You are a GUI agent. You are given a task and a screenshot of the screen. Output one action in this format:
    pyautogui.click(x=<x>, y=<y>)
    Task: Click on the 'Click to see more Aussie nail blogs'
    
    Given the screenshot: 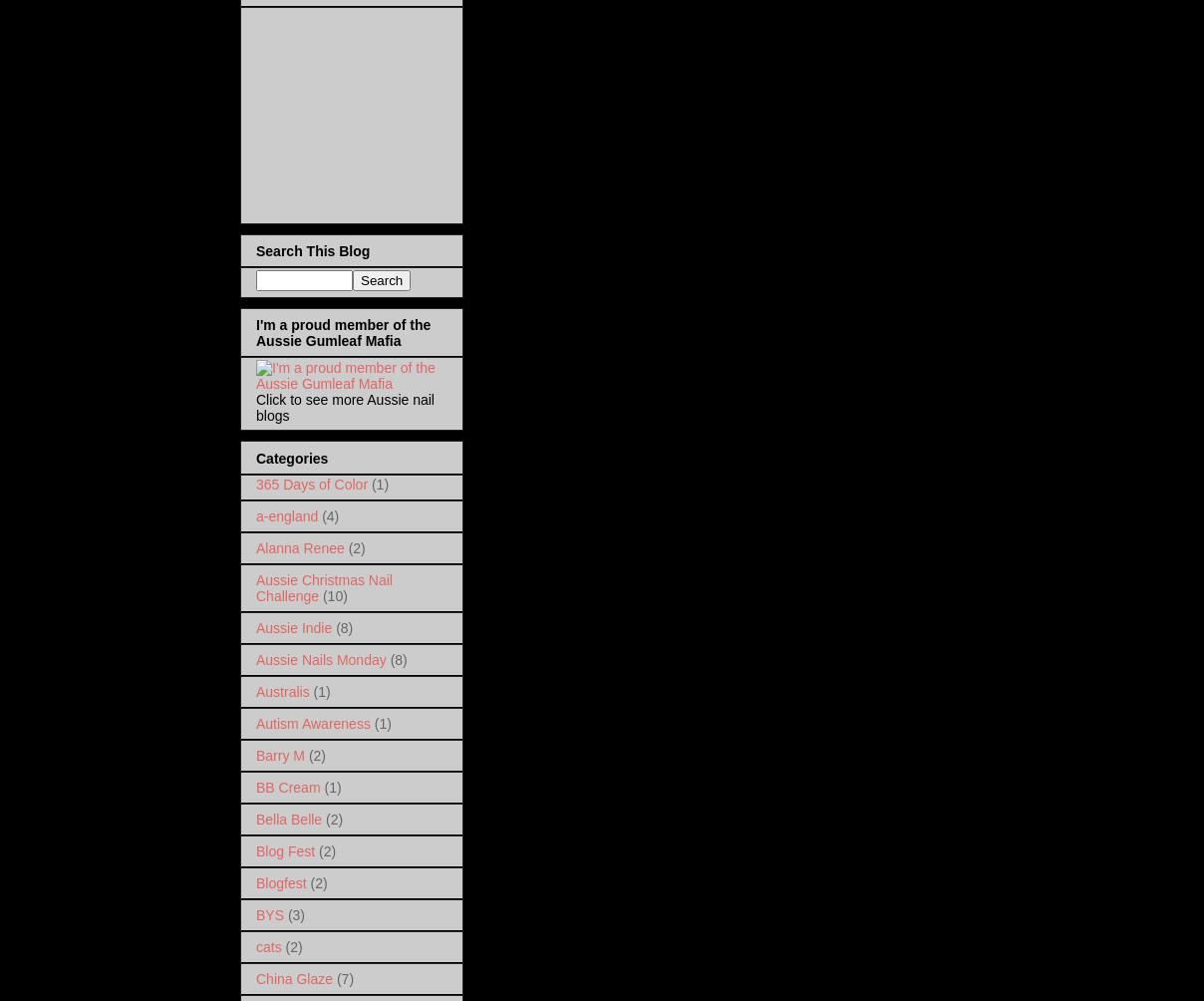 What is the action you would take?
    pyautogui.click(x=255, y=407)
    